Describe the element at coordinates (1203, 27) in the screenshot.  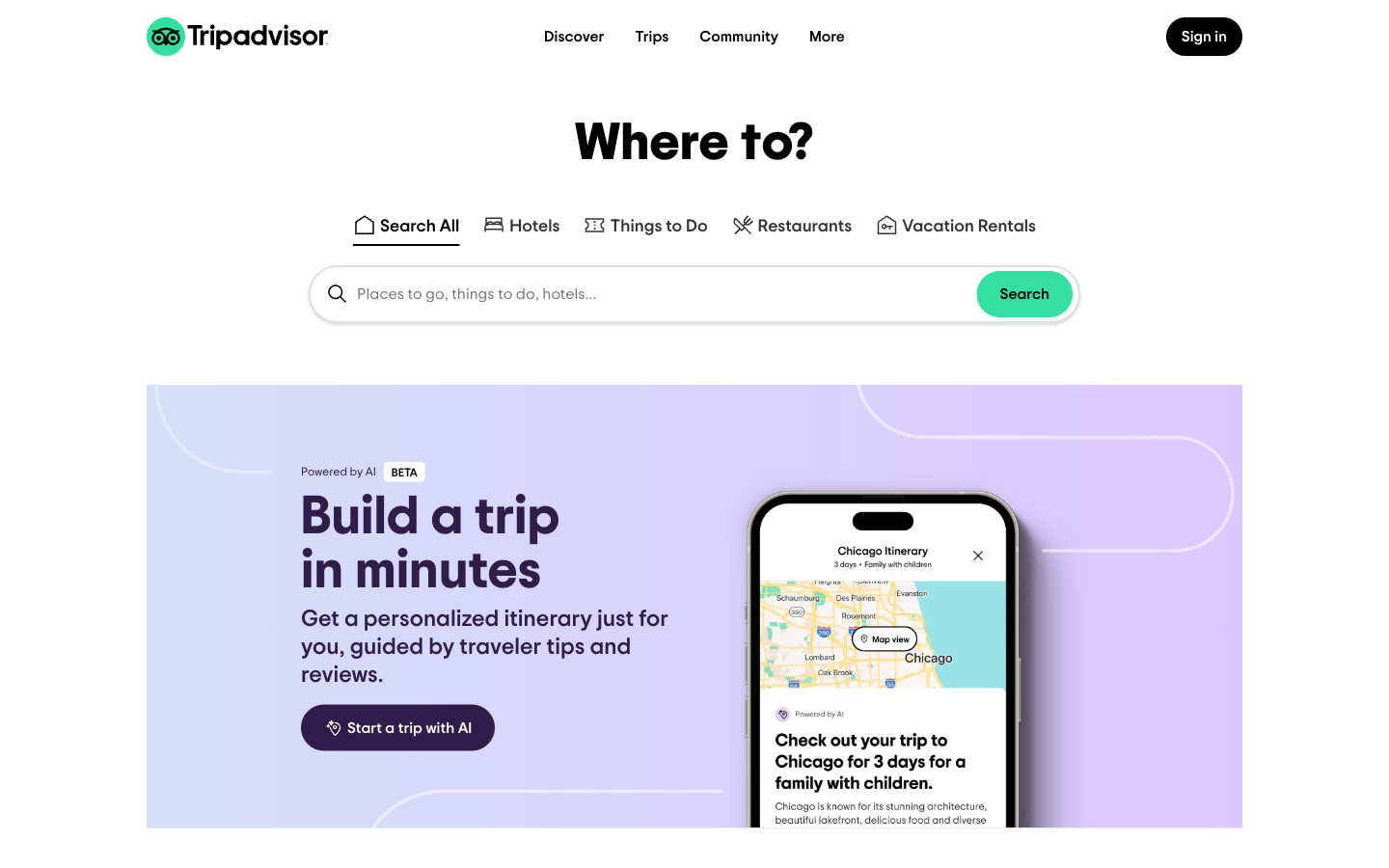
I see `the button in the top right to open sign-in page` at that location.